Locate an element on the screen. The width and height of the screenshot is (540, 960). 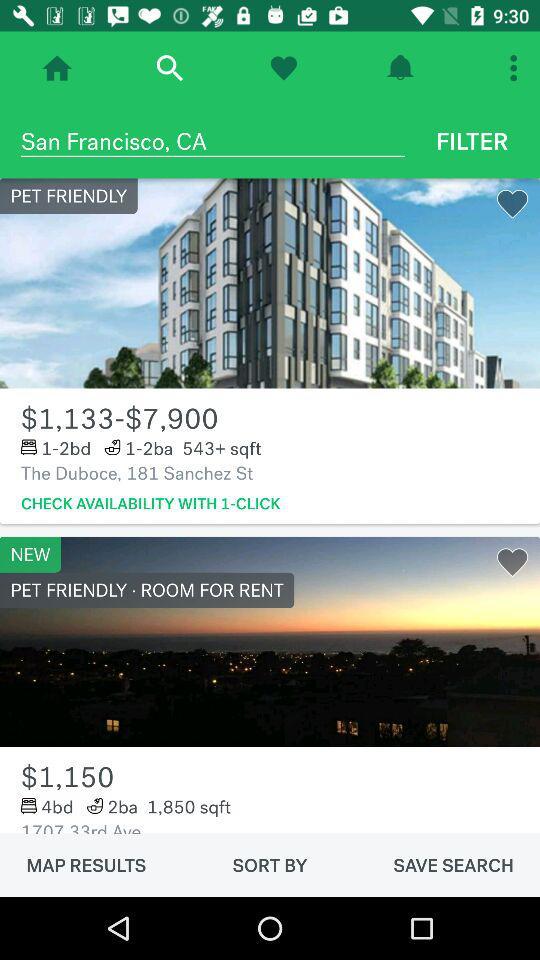
show favorite property is located at coordinates (282, 68).